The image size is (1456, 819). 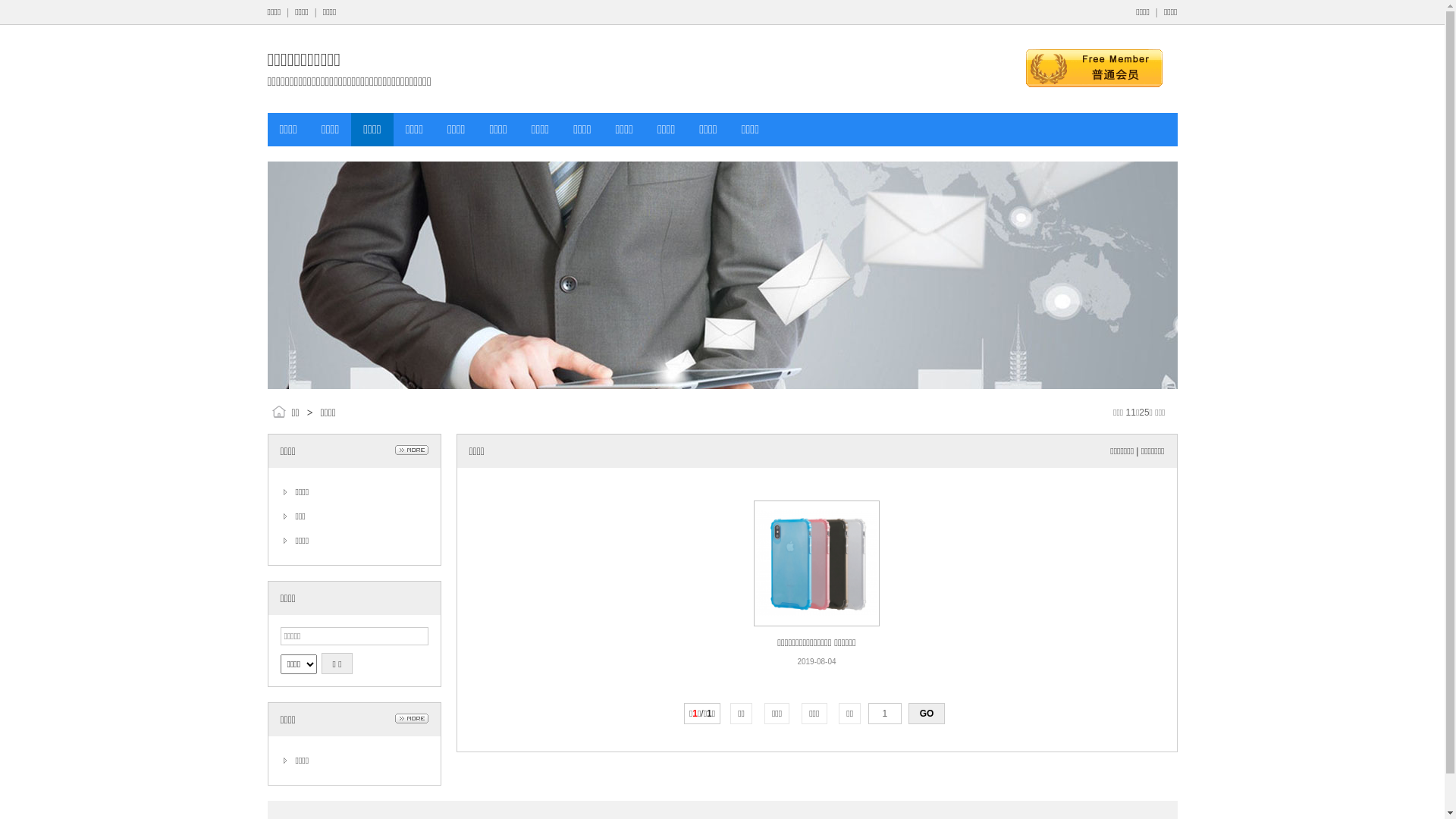 I want to click on 'GO', so click(x=908, y=714).